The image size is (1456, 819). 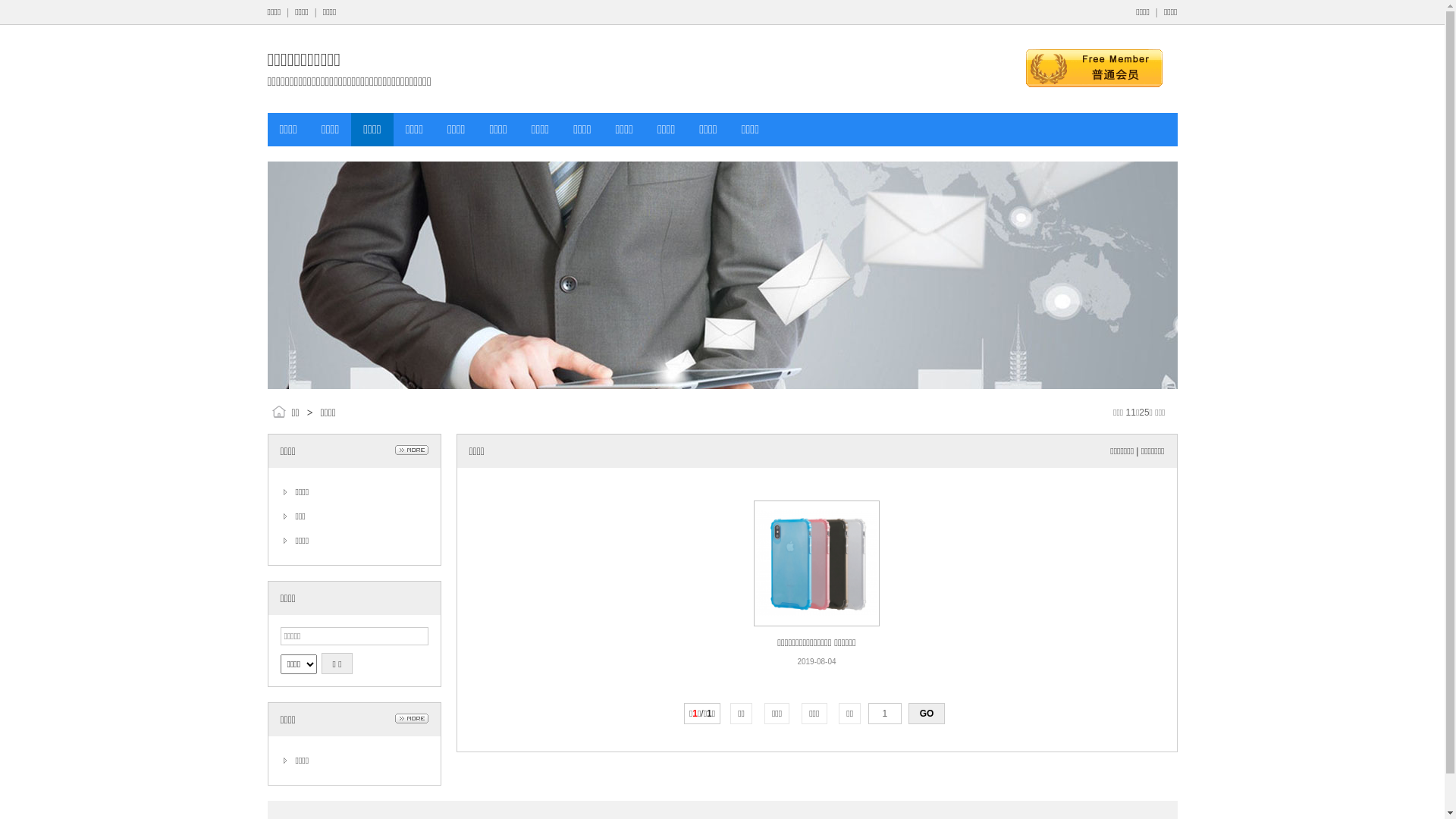 I want to click on 'GO', so click(x=908, y=714).